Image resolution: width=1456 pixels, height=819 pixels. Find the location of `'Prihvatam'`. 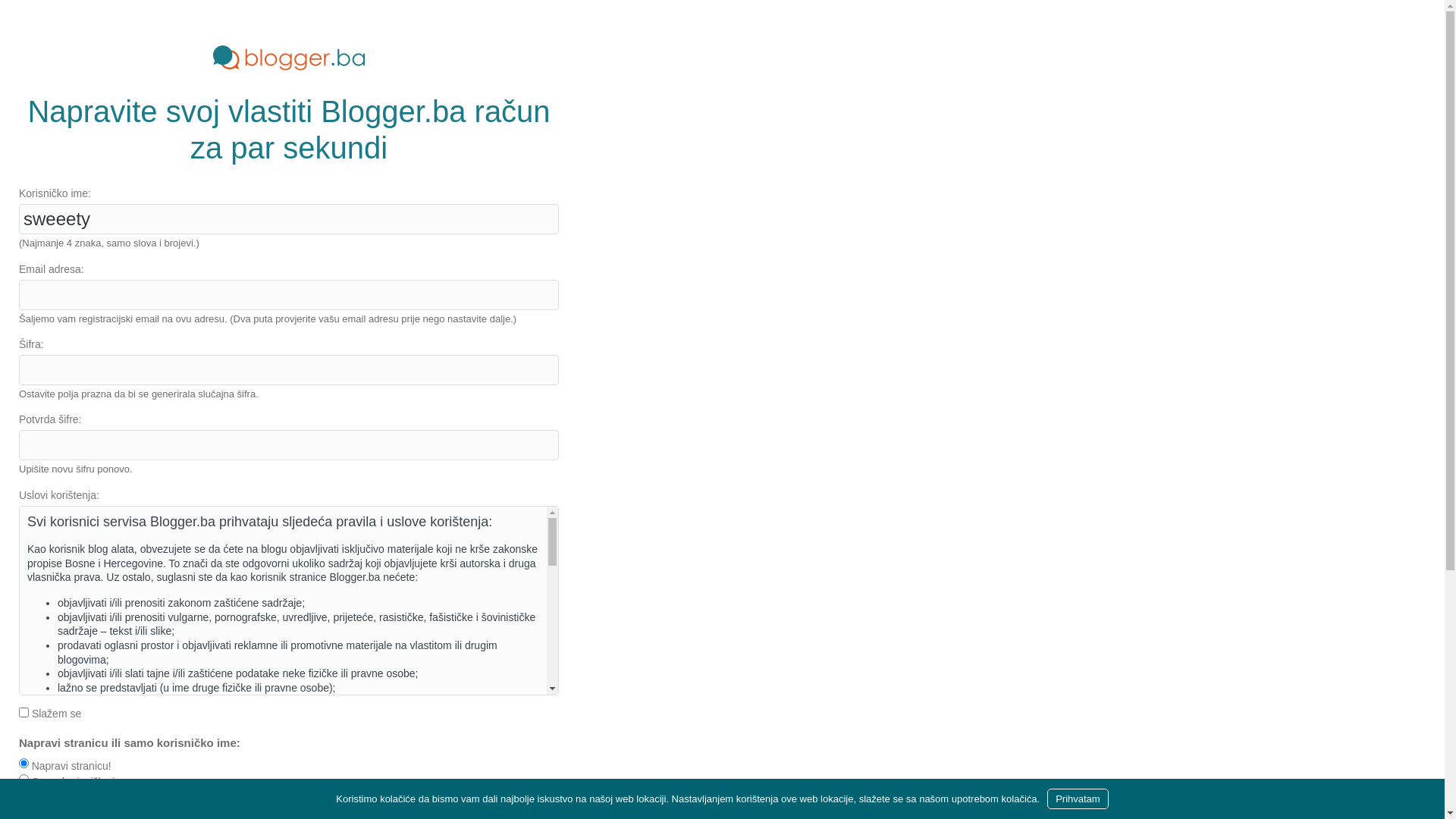

'Prihvatam' is located at coordinates (1077, 798).